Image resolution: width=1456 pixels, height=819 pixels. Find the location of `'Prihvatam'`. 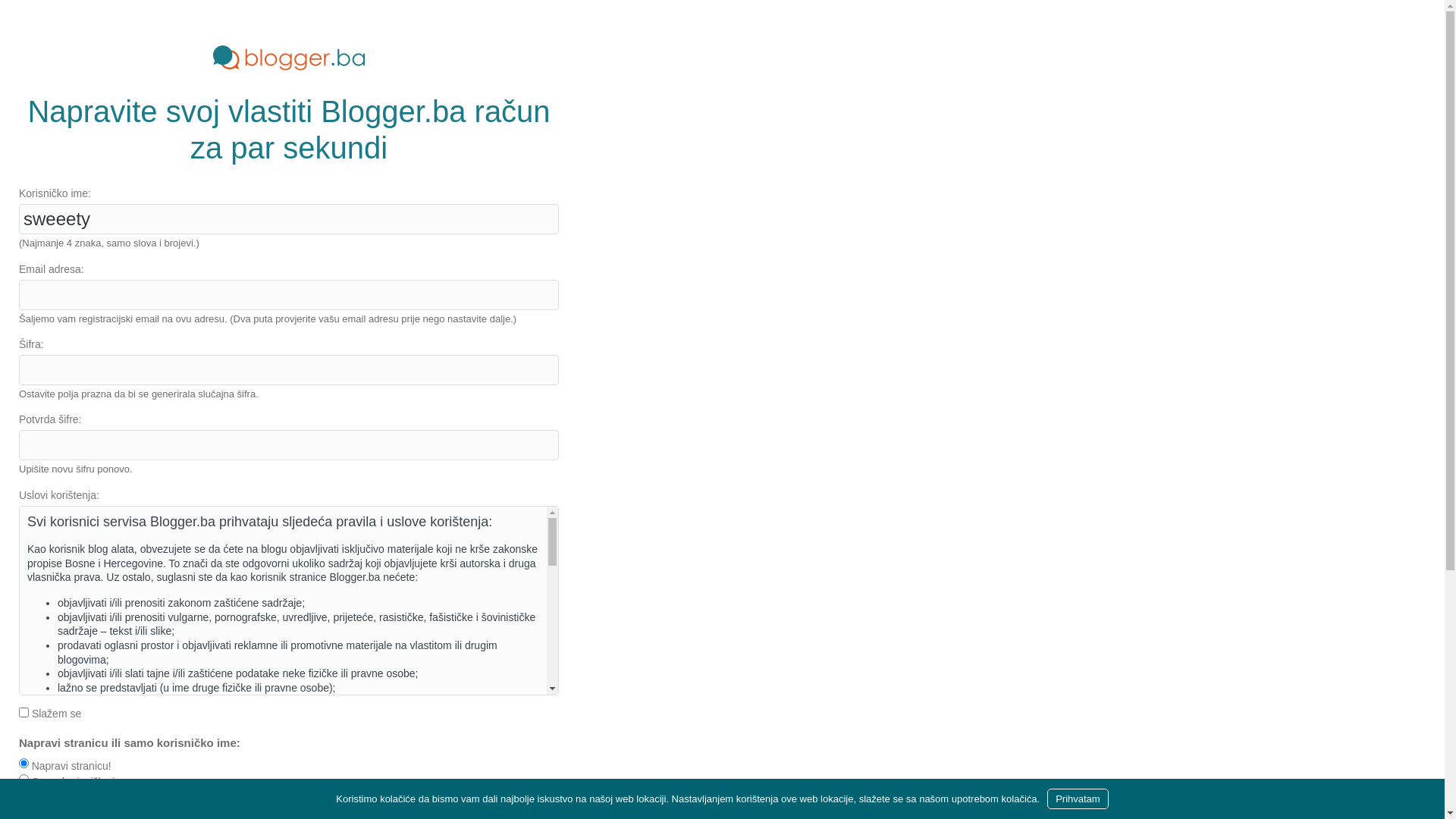

'Prihvatam' is located at coordinates (1077, 798).